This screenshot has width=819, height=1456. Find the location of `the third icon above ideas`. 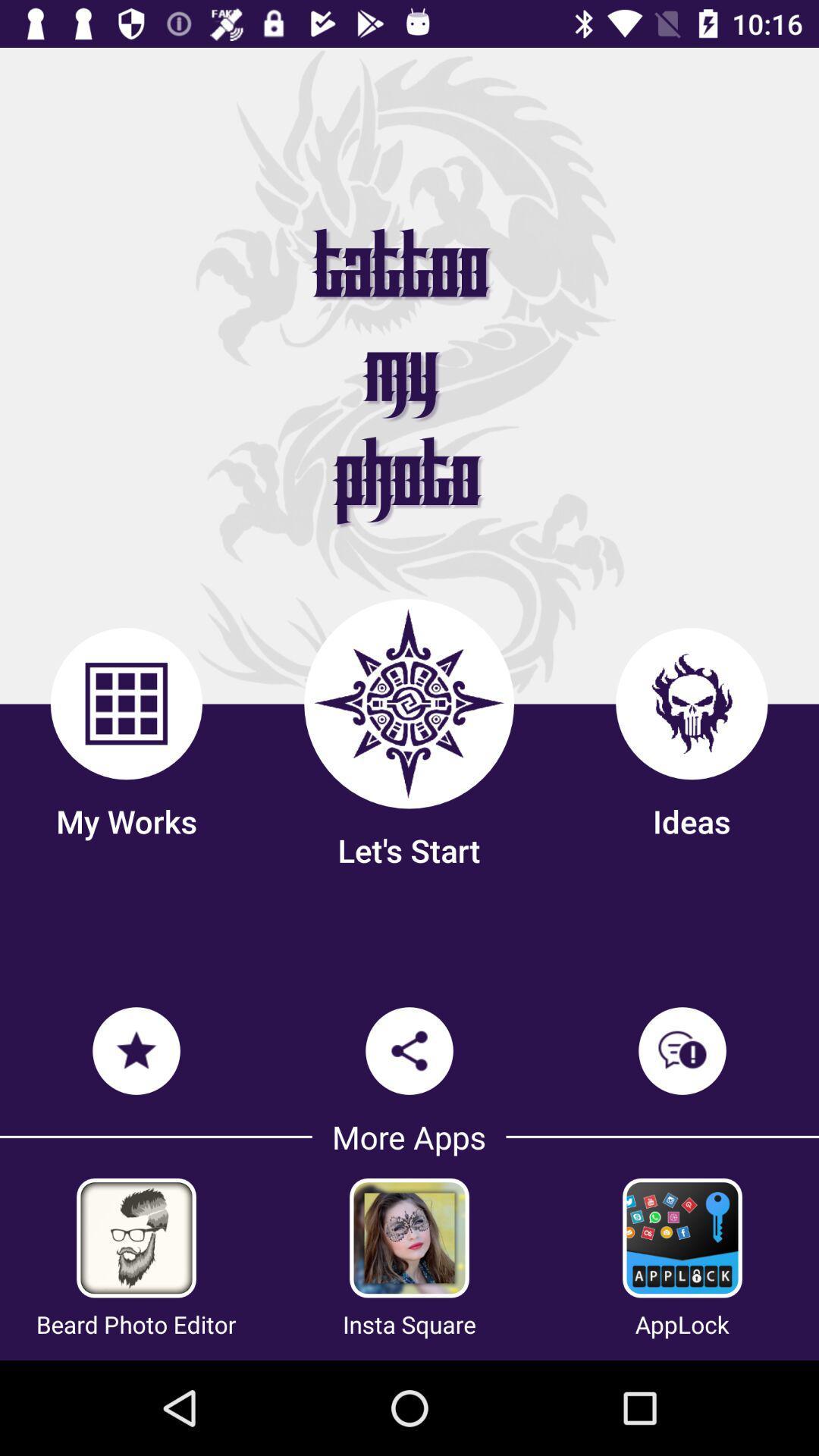

the third icon above ideas is located at coordinates (692, 702).